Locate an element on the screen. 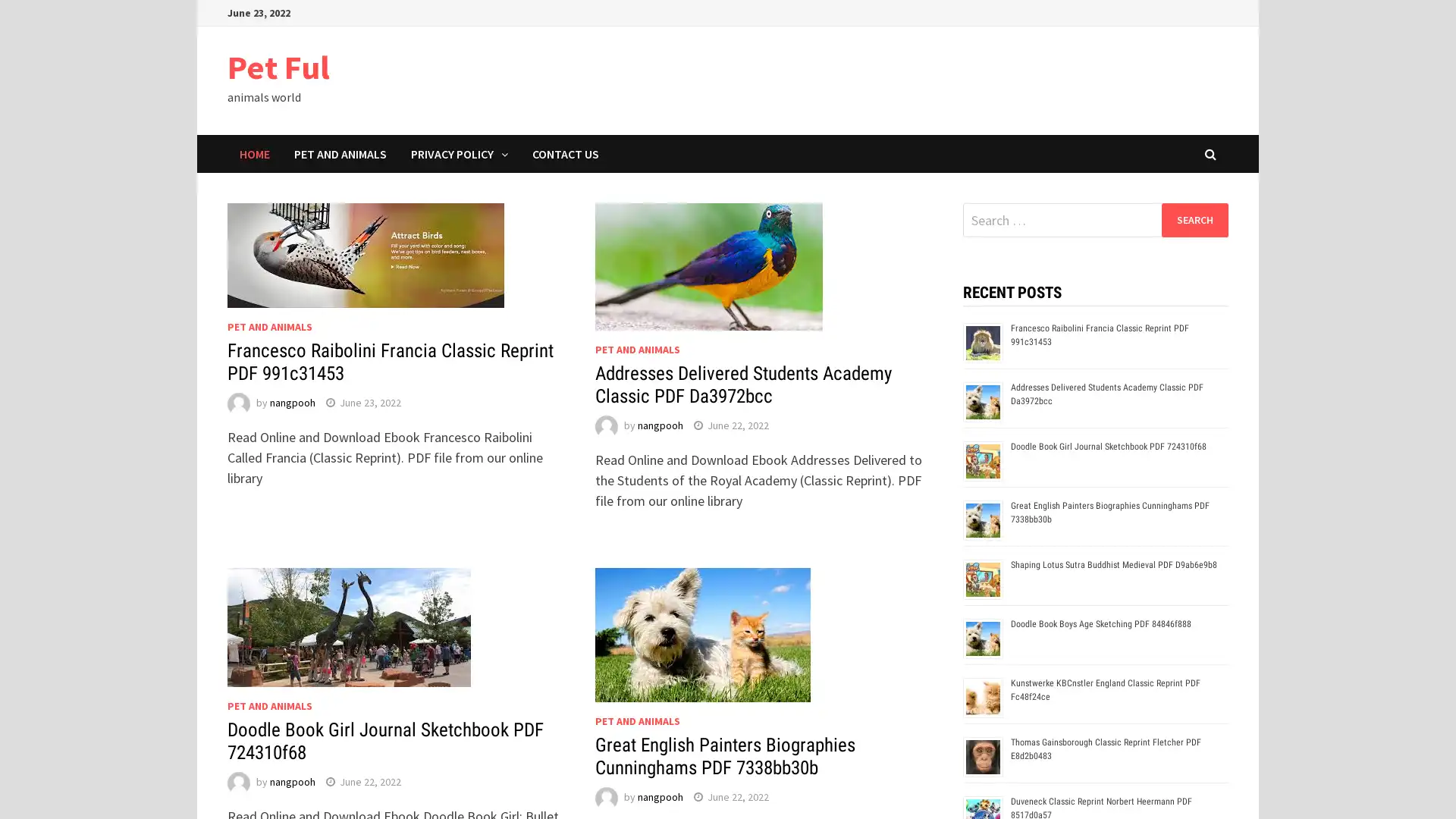 Image resolution: width=1456 pixels, height=819 pixels. Search is located at coordinates (1194, 219).